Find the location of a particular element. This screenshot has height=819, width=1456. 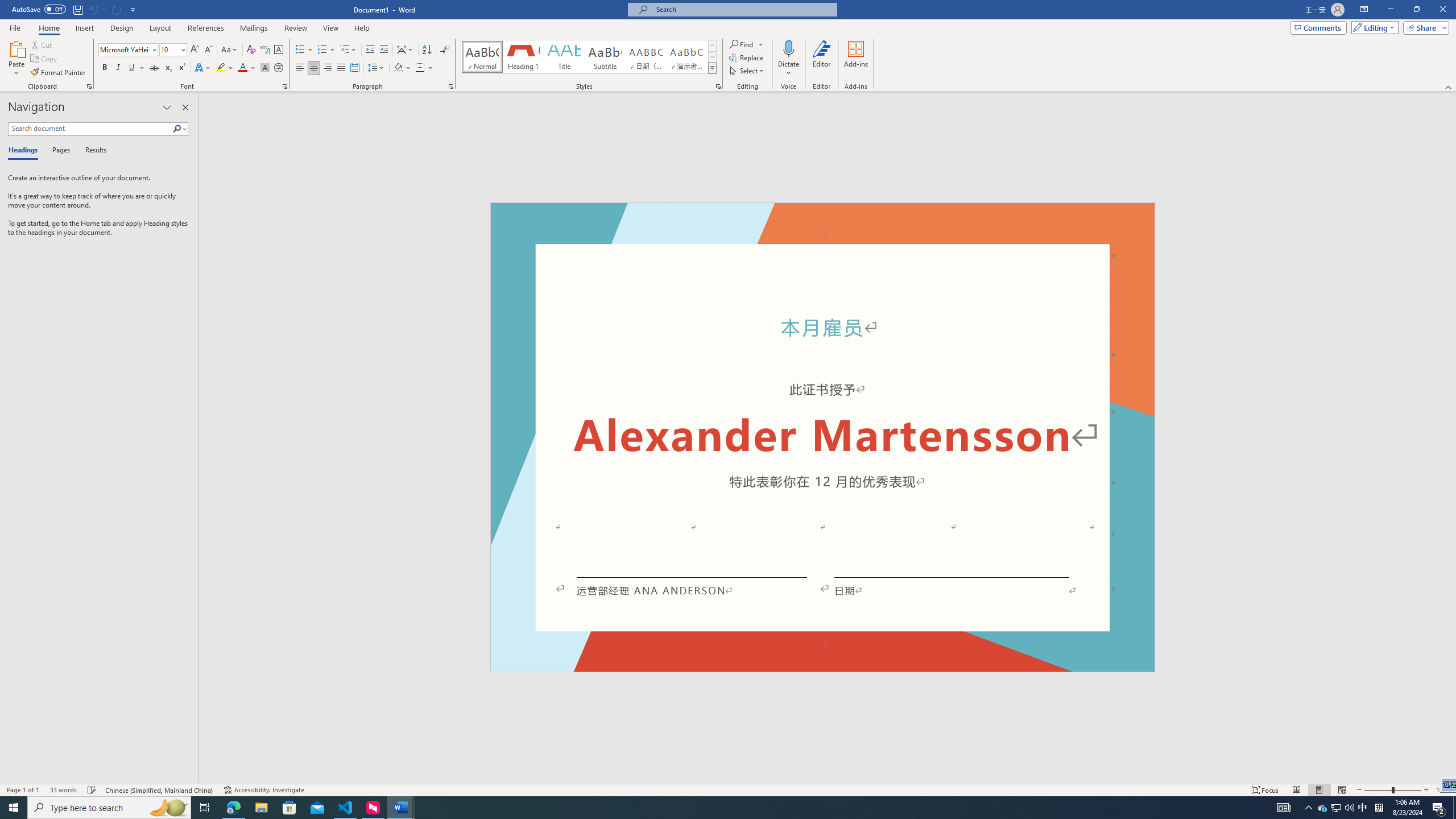

'Decorative' is located at coordinates (822, 437).